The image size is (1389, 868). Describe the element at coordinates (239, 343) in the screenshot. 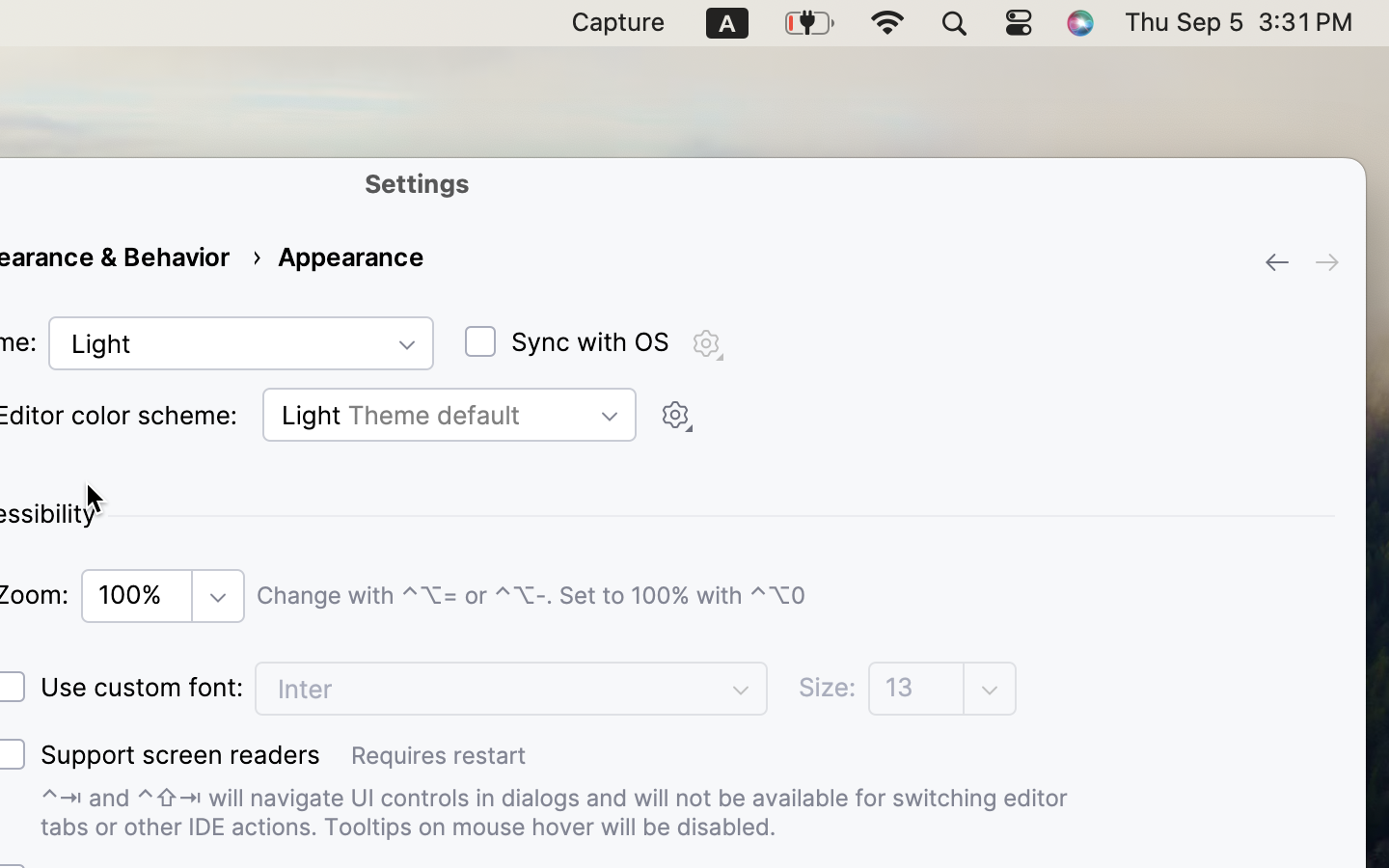

I see `'LafReference(name=Light, themeId=ExperimentalLight)'` at that location.